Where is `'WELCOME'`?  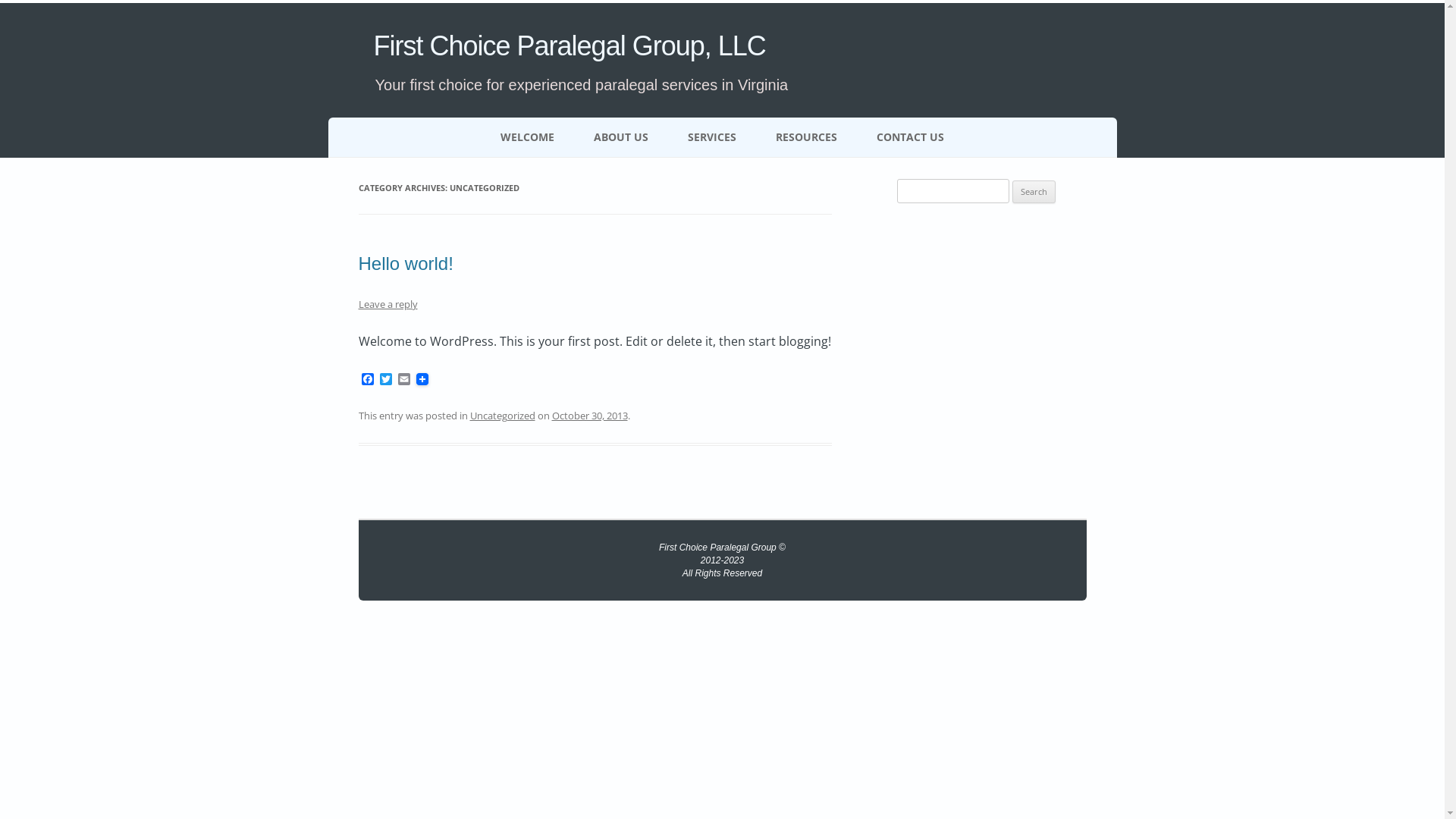
'WELCOME' is located at coordinates (527, 137).